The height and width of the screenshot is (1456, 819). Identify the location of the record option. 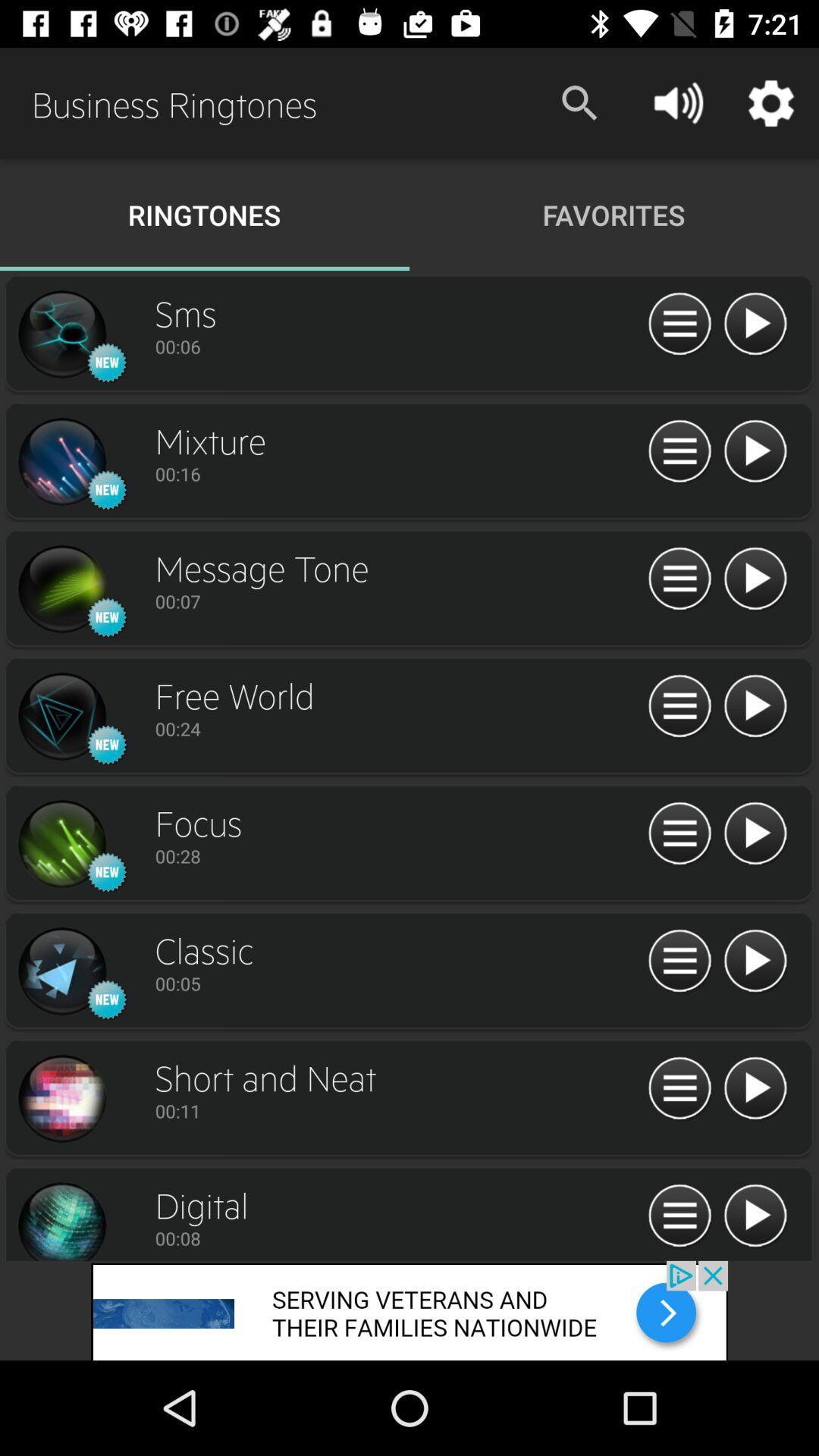
(61, 716).